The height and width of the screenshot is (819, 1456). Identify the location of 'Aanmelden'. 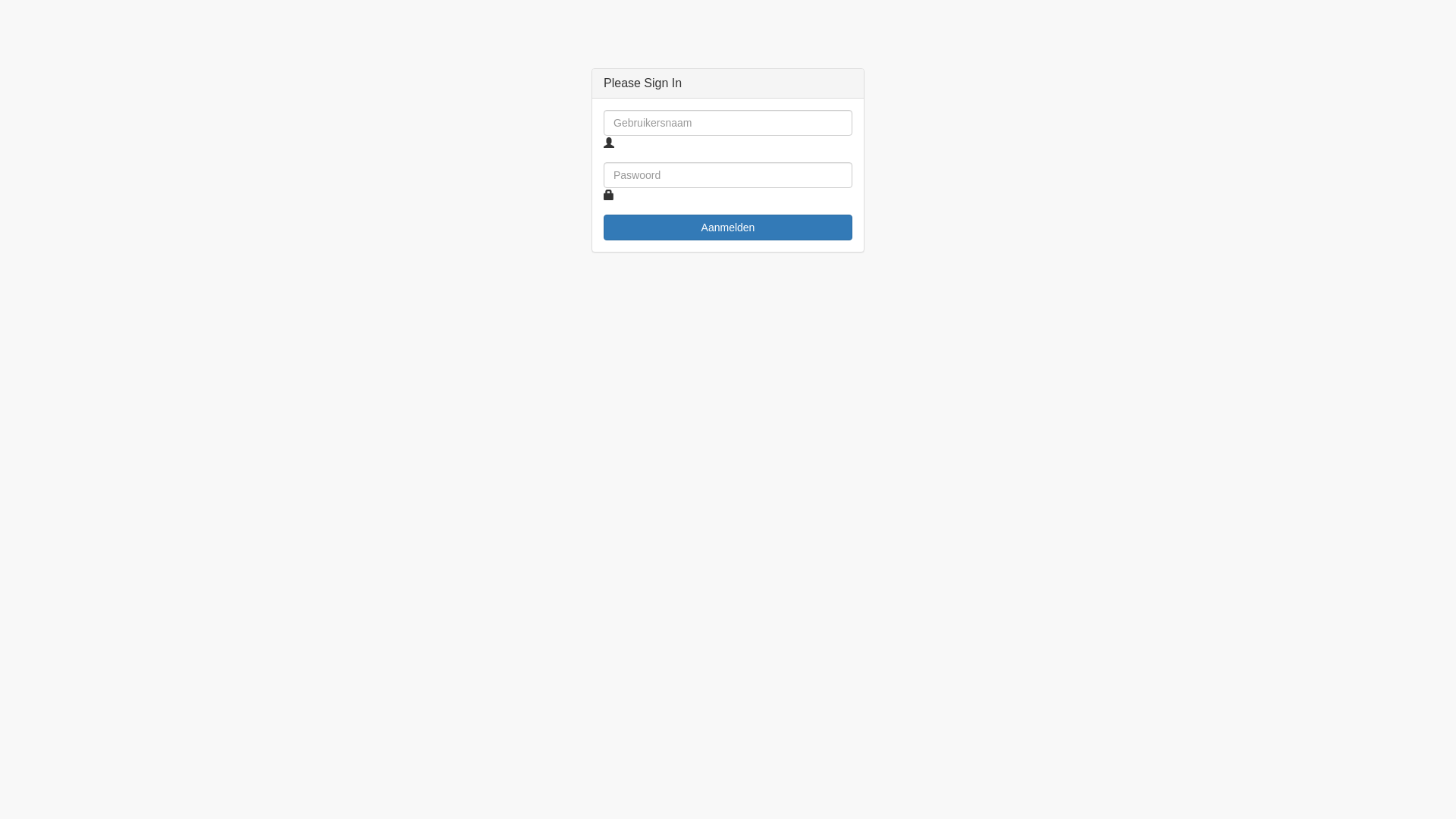
(728, 227).